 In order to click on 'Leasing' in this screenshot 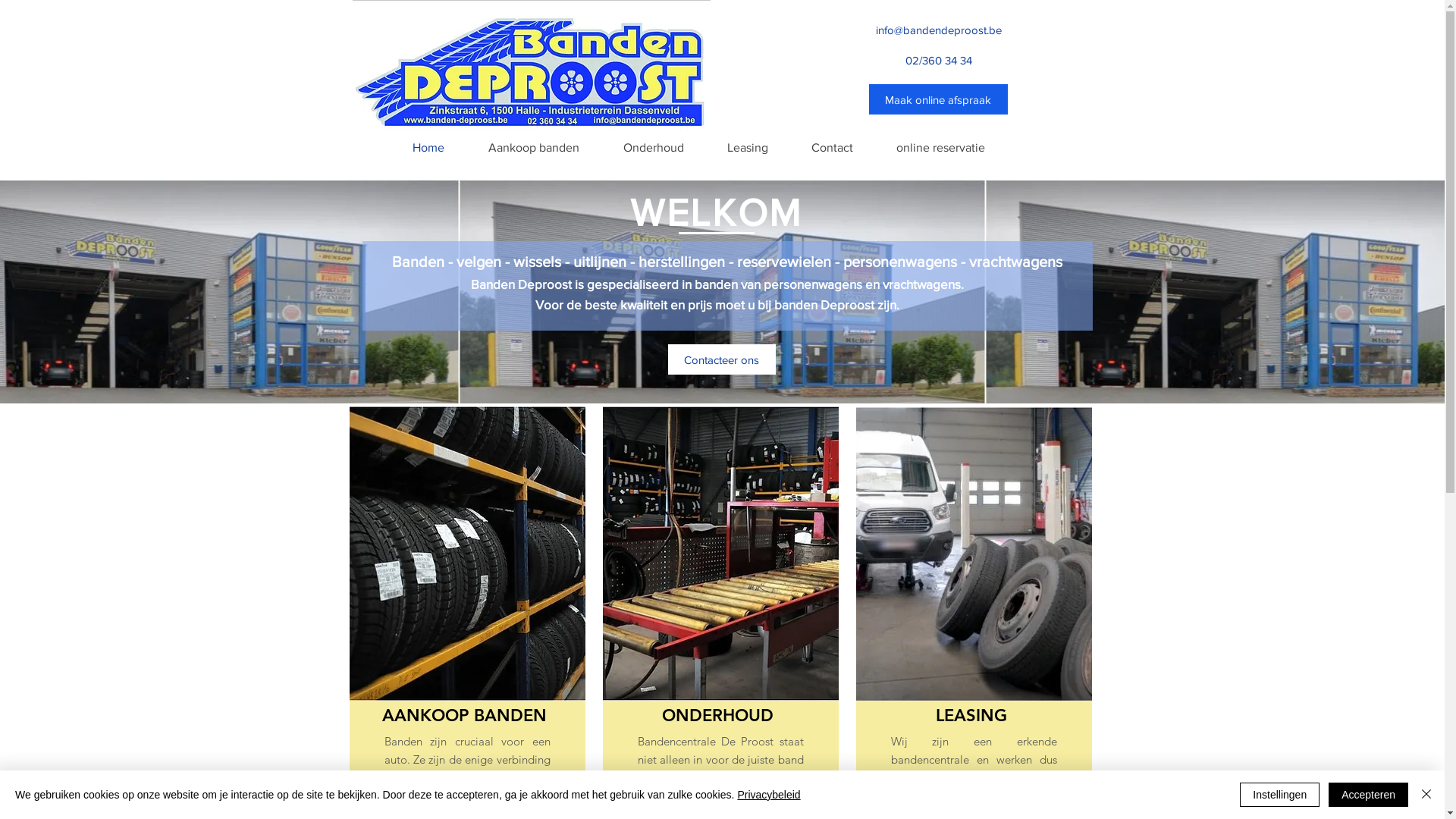, I will do `click(747, 148)`.